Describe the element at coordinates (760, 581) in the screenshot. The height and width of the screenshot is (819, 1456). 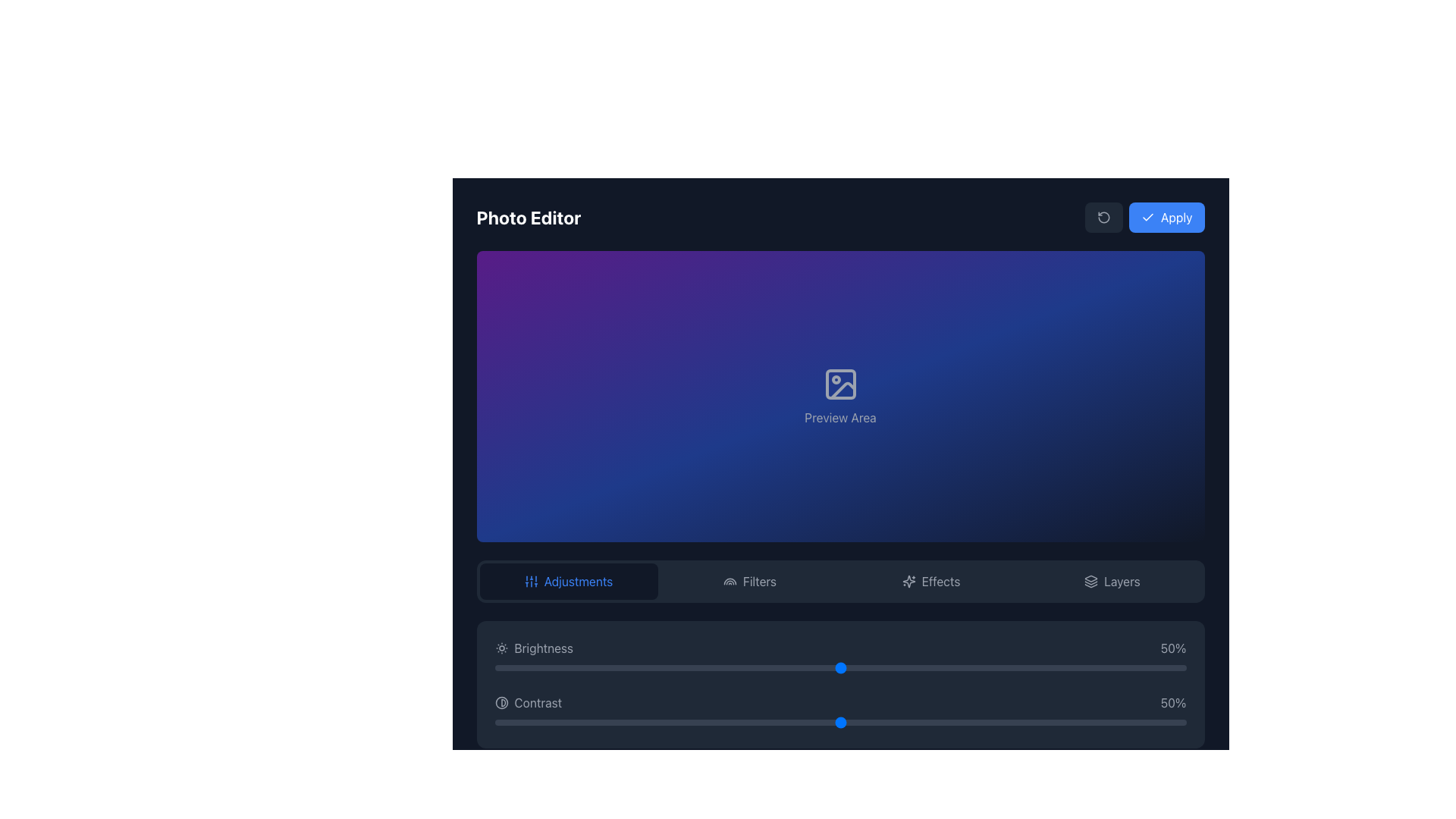
I see `the navigation label that serves as a filter option, positioned second in the navigation bar between 'Adjustments' and 'Effects'` at that location.